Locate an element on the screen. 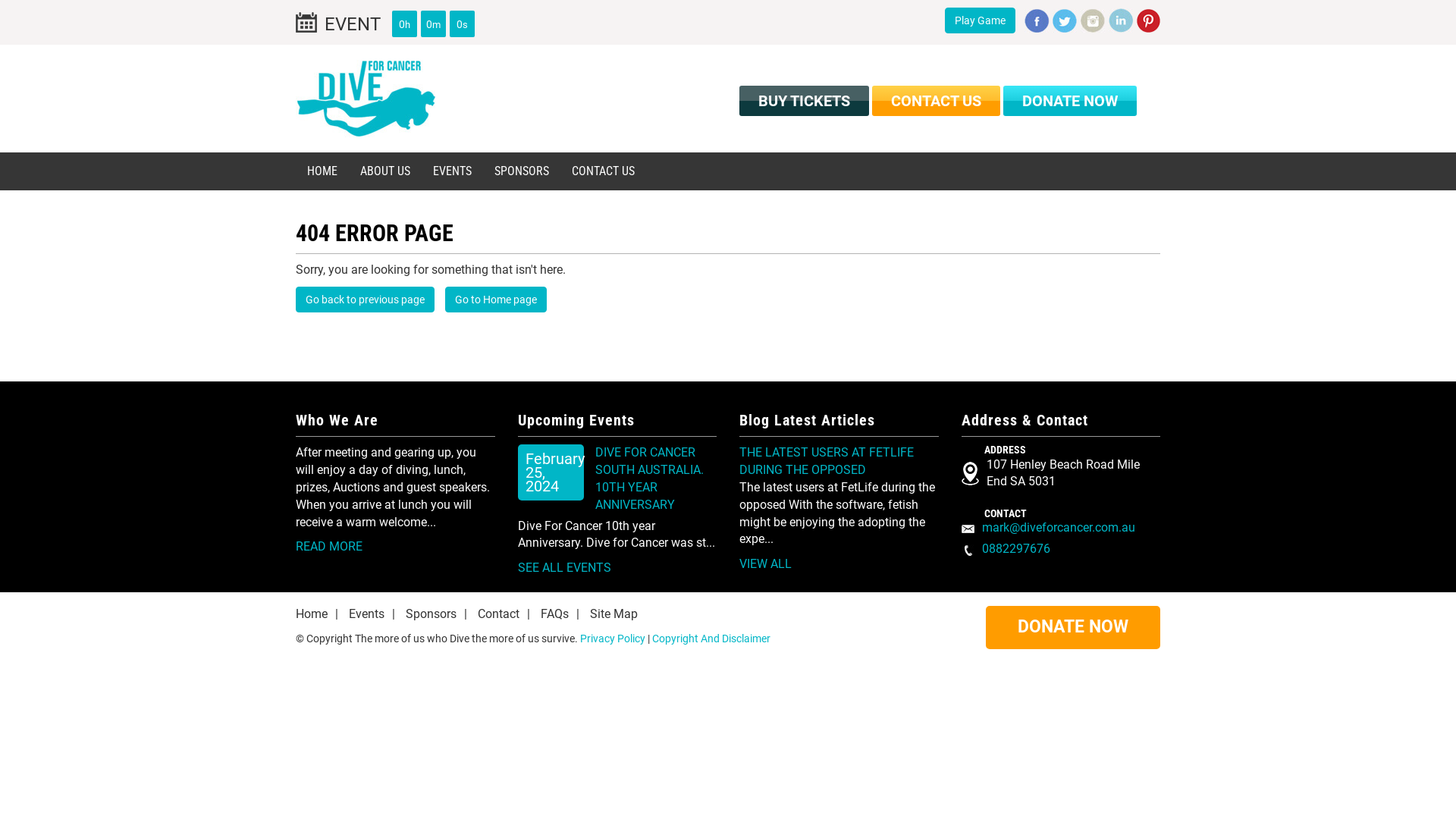 Image resolution: width=1456 pixels, height=819 pixels. 'Go back to previous page' is located at coordinates (295, 299).